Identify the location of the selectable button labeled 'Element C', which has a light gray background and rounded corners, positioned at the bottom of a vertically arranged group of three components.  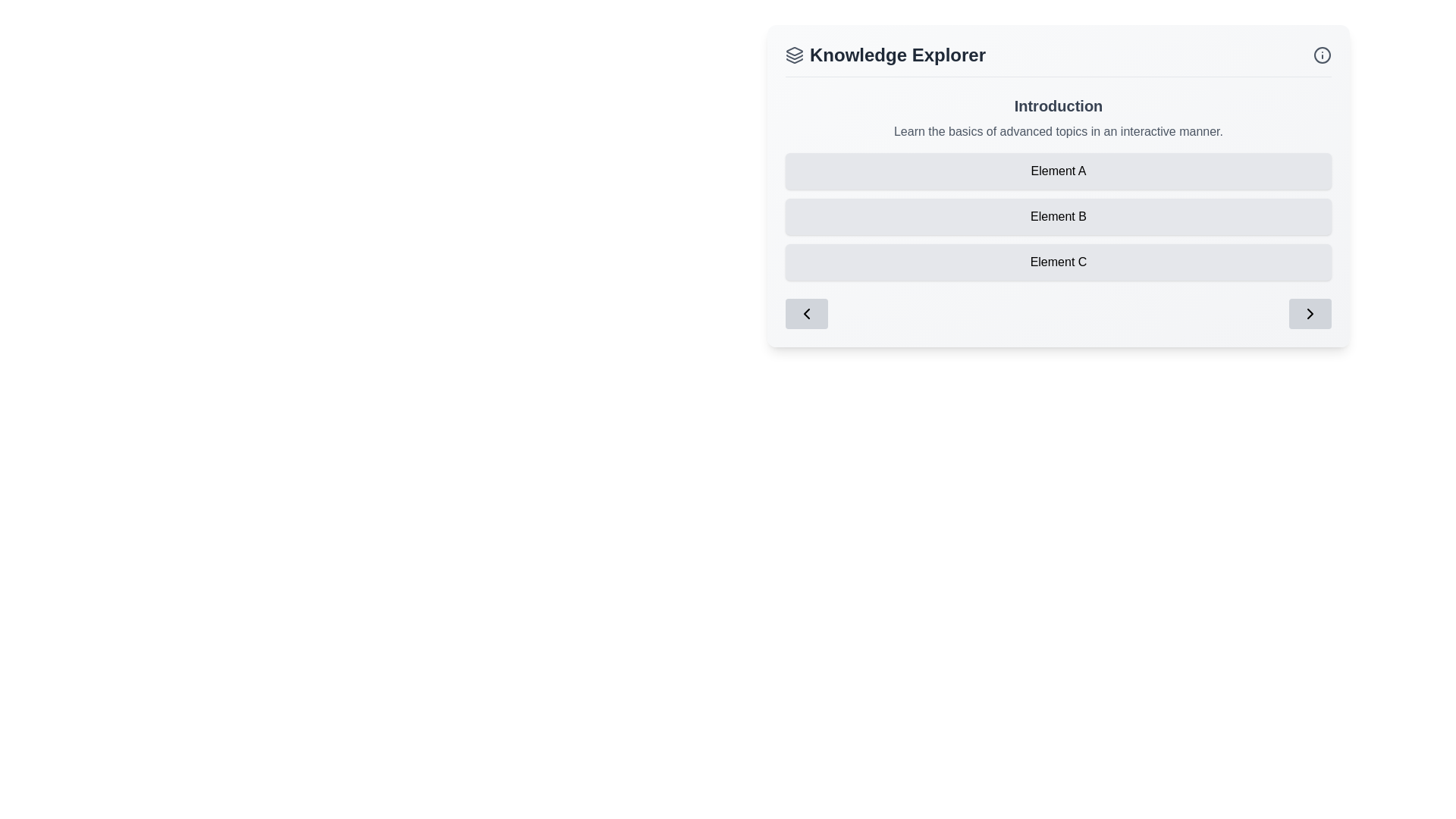
(1058, 262).